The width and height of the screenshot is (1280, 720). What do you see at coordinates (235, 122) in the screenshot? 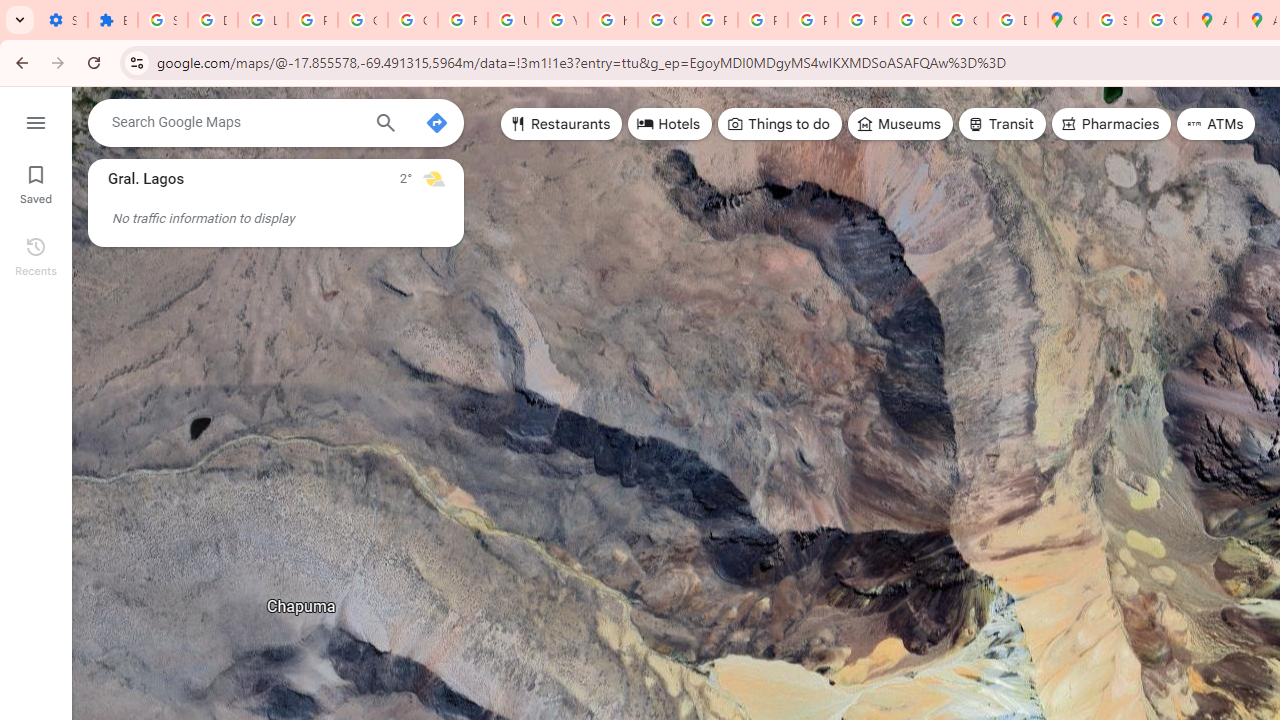
I see `'Search Google Maps'` at bounding box center [235, 122].